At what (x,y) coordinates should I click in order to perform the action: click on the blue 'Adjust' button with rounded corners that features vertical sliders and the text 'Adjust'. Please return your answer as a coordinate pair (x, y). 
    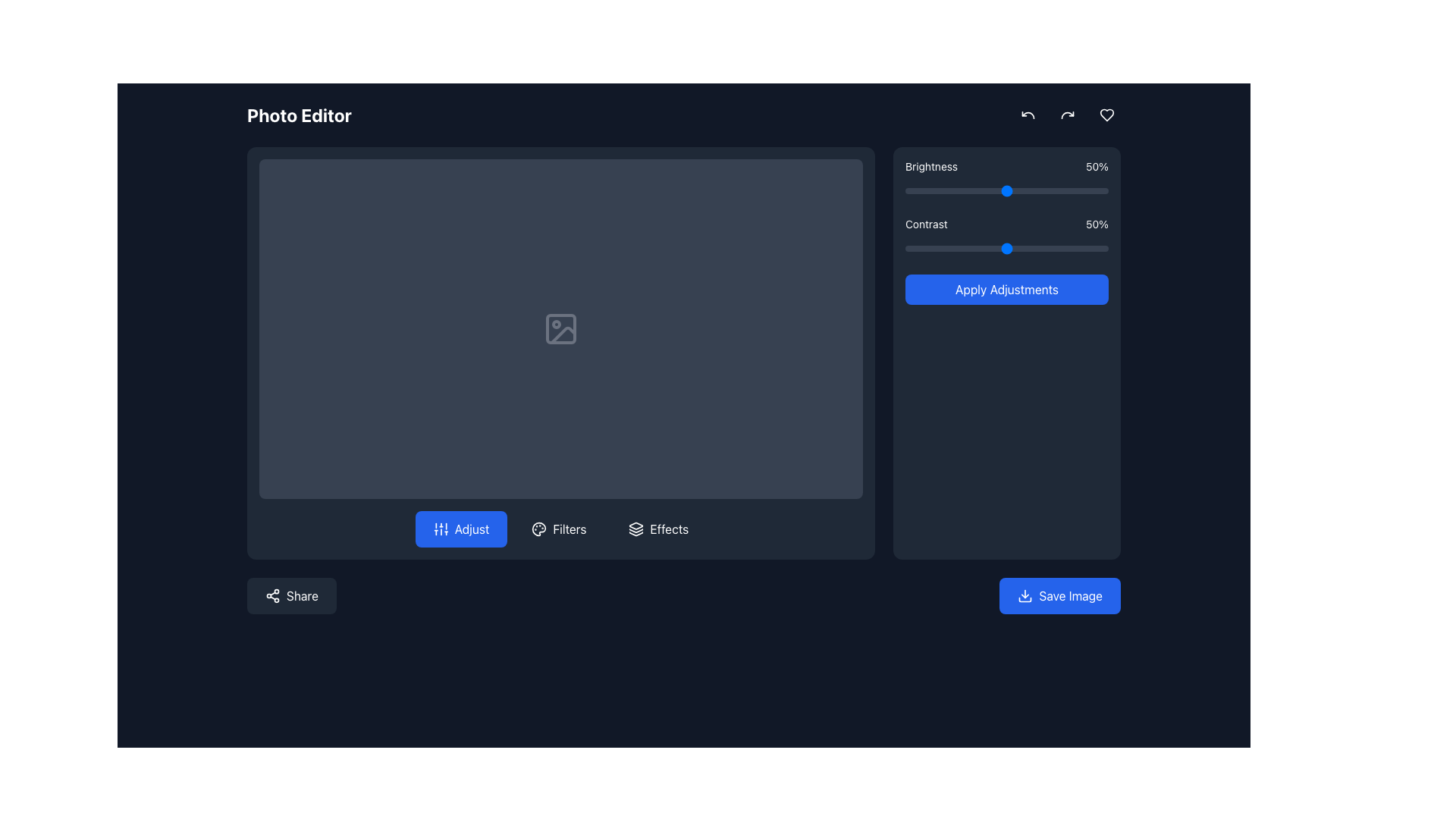
    Looking at the image, I should click on (460, 528).